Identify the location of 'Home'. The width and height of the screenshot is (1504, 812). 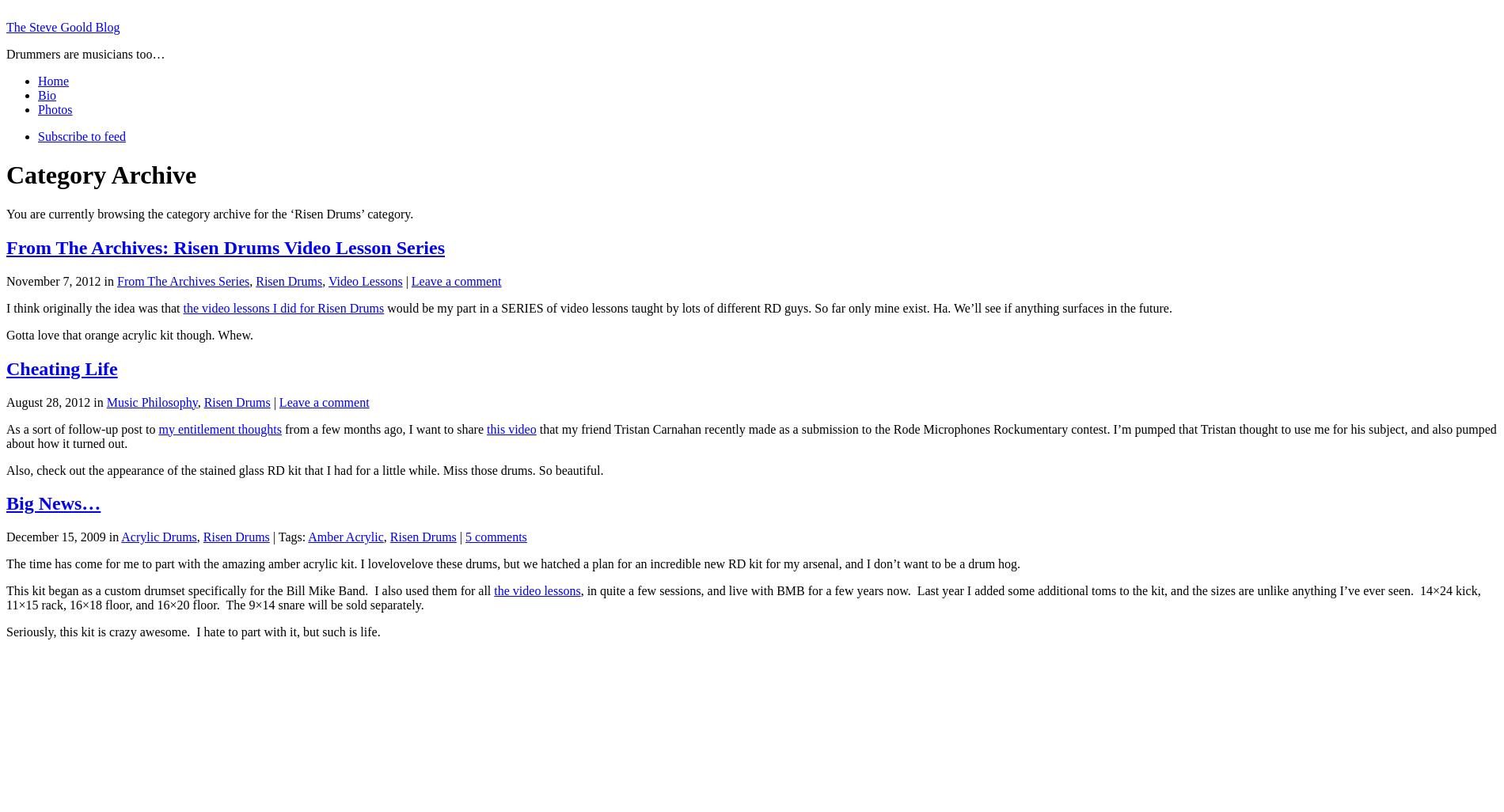
(53, 80).